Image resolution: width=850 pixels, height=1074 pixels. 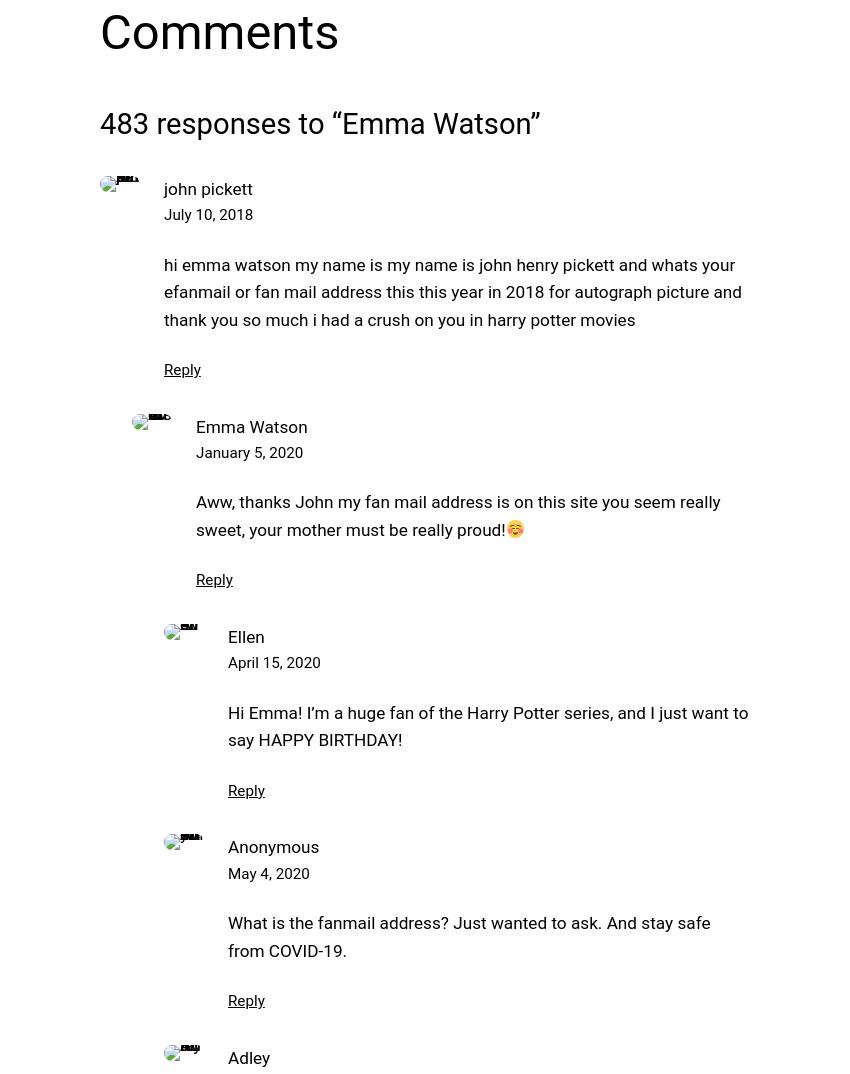 I want to click on 'Aww, thanks  John  my fan mail address is on this site you seem really sweet, your mother must be really proud!', so click(x=195, y=515).